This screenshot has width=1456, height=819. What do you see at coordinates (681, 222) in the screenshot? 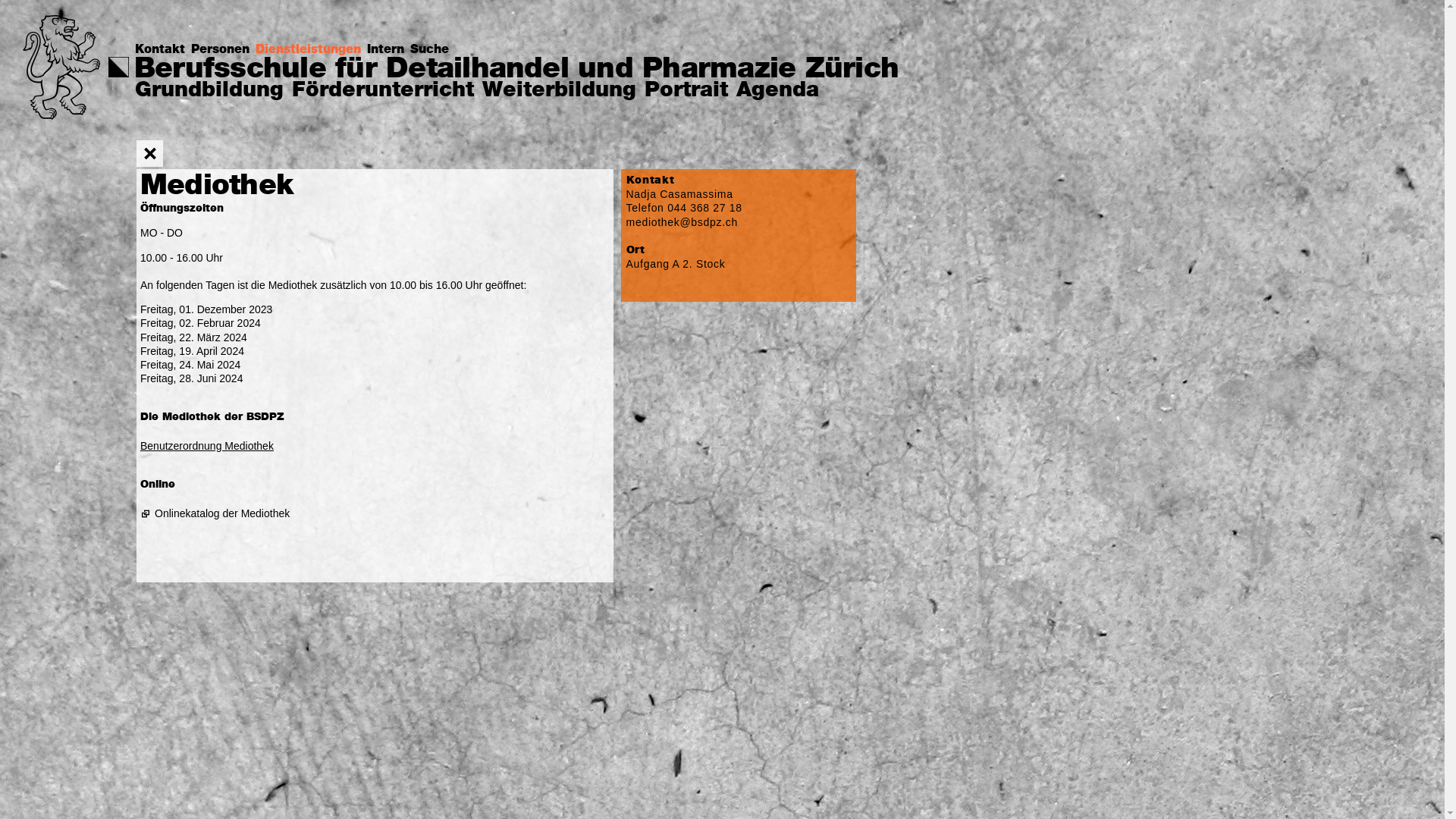
I see `'mediothek@bsdpz.ch'` at bounding box center [681, 222].